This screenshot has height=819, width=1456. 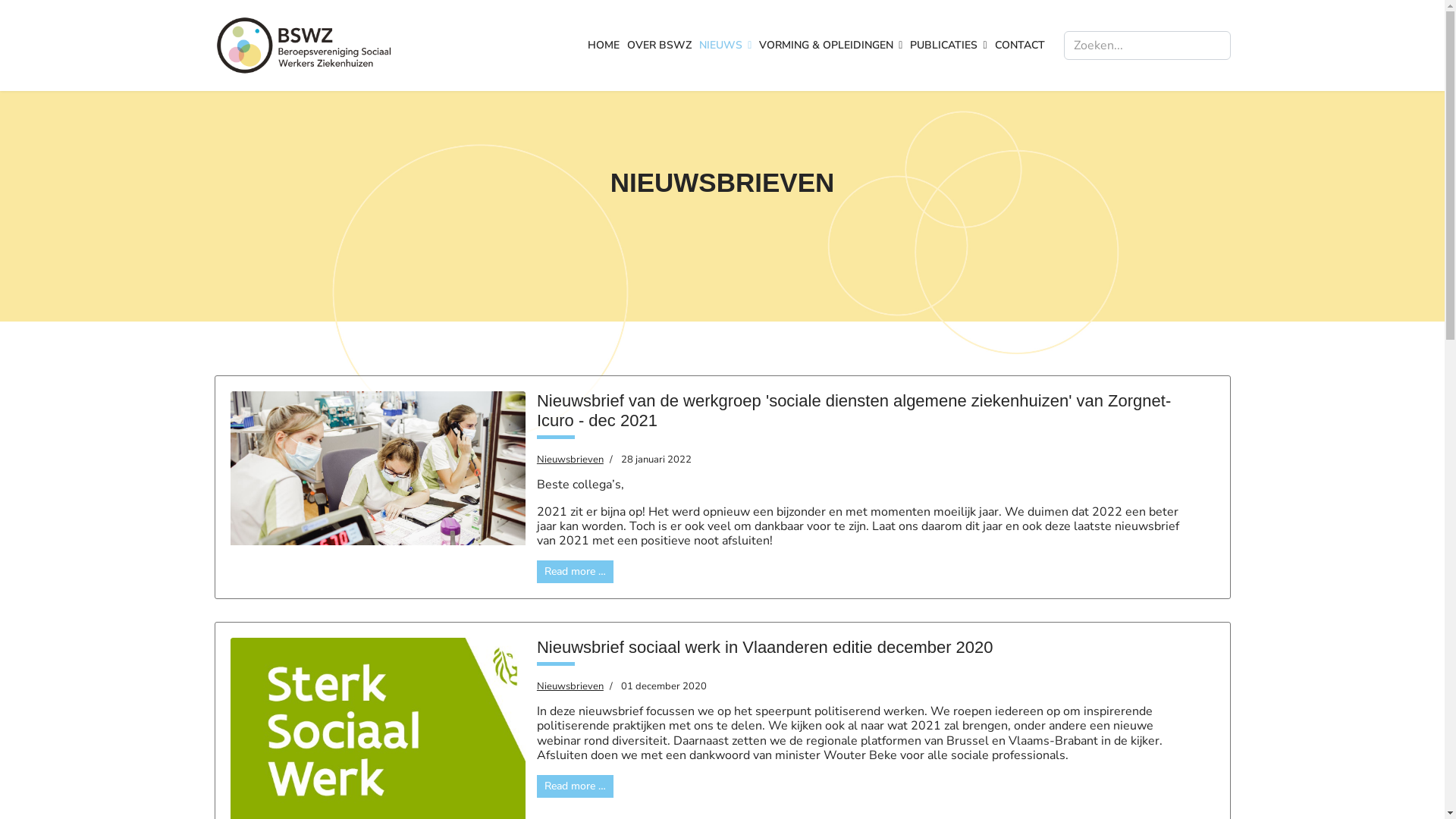 I want to click on 'Nieuwsbrieven', so click(x=570, y=686).